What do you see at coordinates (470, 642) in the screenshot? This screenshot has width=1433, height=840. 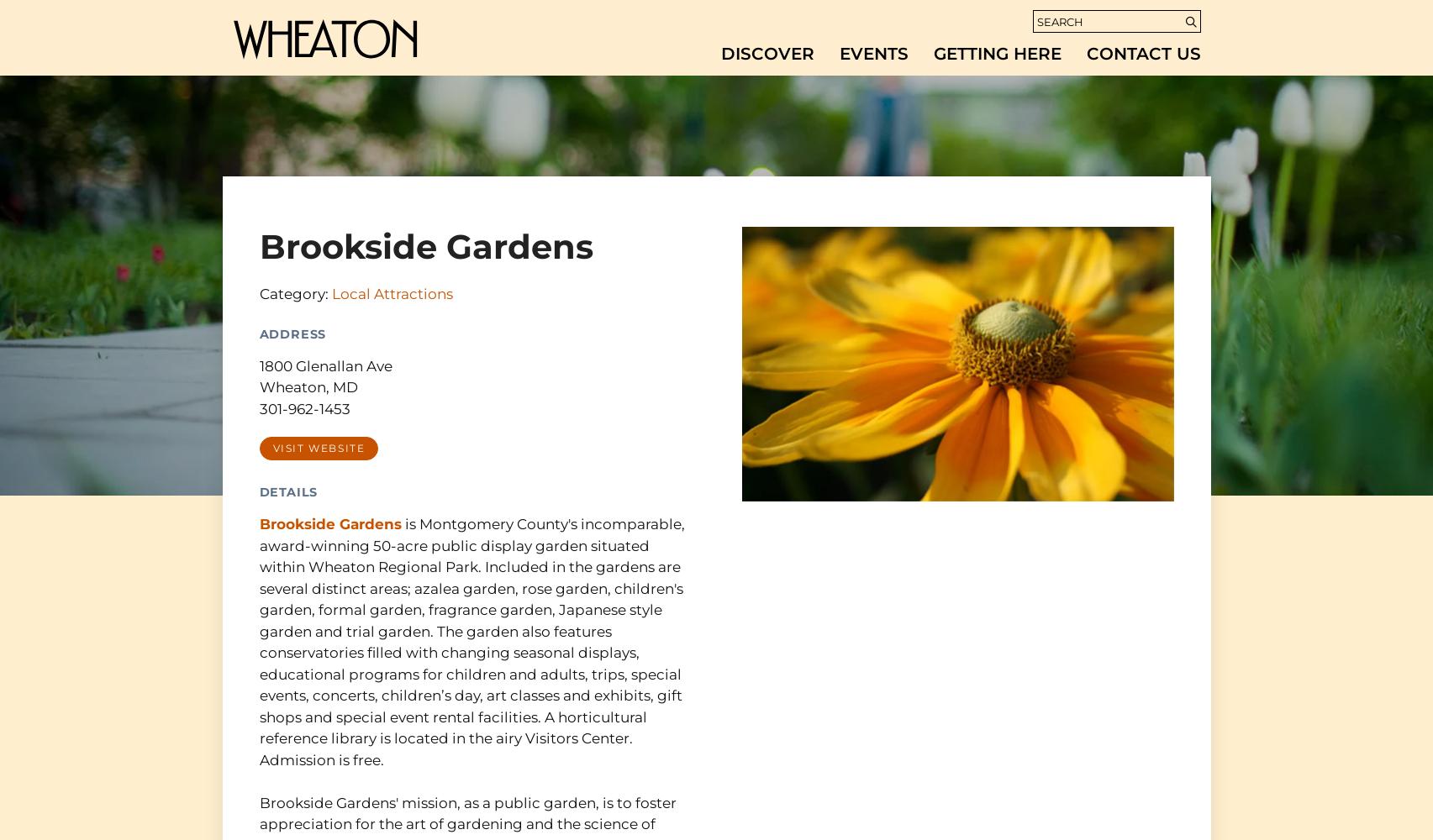 I see `'is Montgomery County's incomparable, award-winning 50-acre public display garden situated within Wheaton Regional Park. Included in the gardens are several distinct areas; azalea garden, rose garden, children's garden, formal garden, fragrance garden, Japanese style garden and trial garden. The garden also features conservatories filled with changing seasonal displays, educational programs for children and adults, trips, special events, concerts, children’s day, art classes and exhibits, gift shops and special event rental facilities. A horticultural reference library is located in the airy Visitors Center. Admission is free.'` at bounding box center [470, 642].